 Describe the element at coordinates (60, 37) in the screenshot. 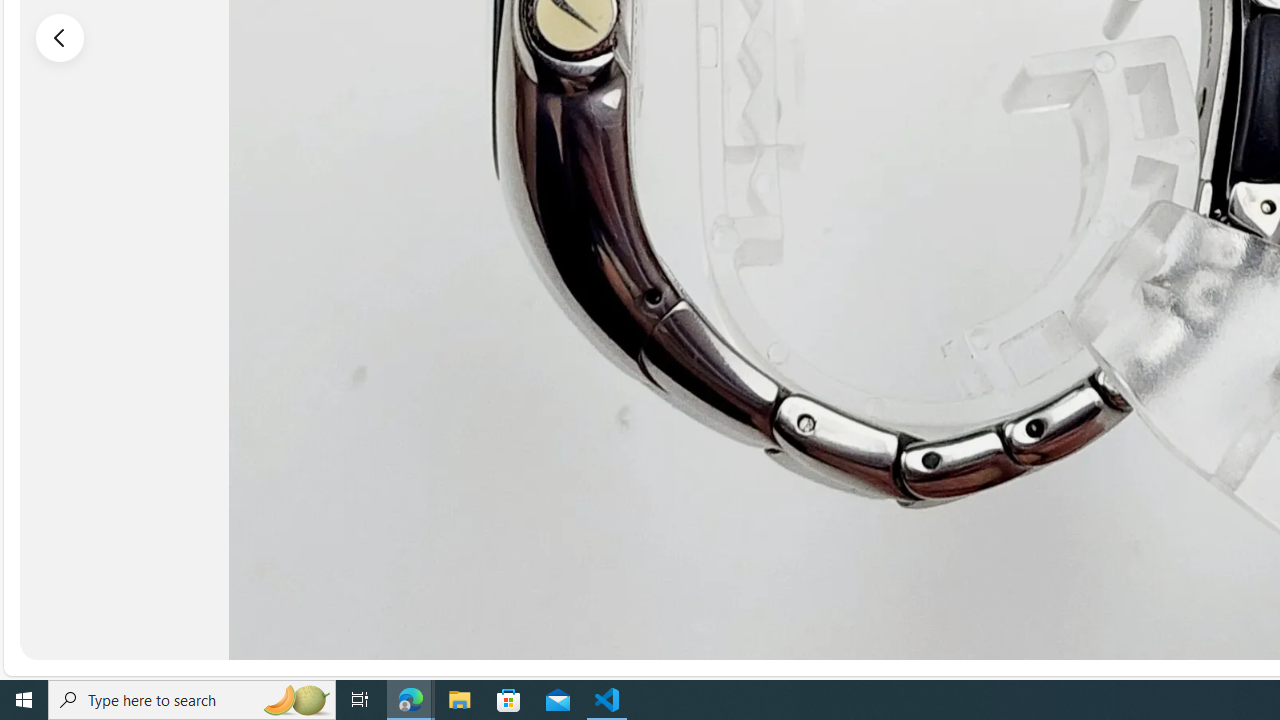

I see `'Previous image - Item images thumbnails'` at that location.